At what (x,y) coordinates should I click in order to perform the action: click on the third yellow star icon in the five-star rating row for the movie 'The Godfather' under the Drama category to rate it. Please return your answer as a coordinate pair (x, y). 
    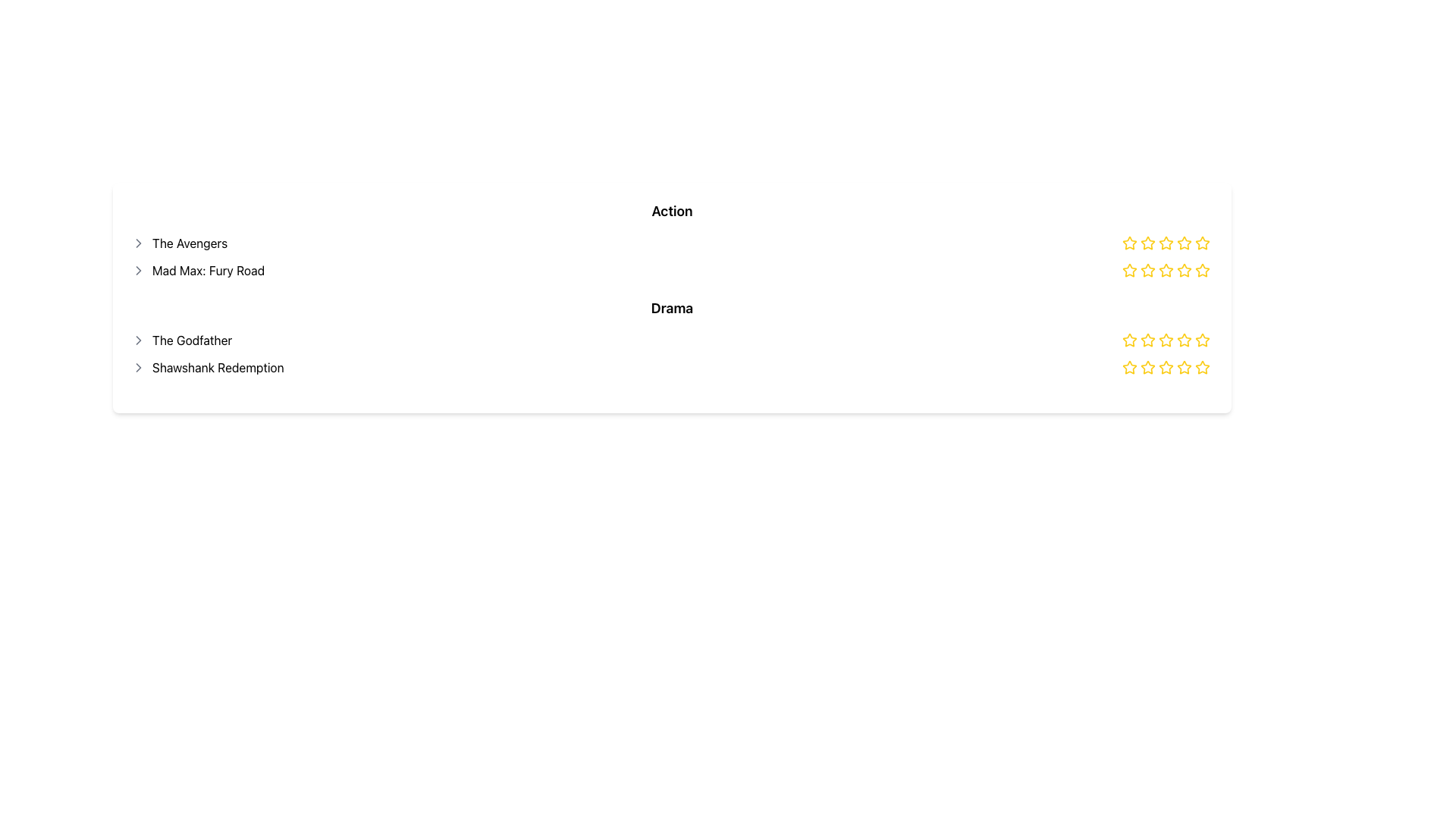
    Looking at the image, I should click on (1147, 339).